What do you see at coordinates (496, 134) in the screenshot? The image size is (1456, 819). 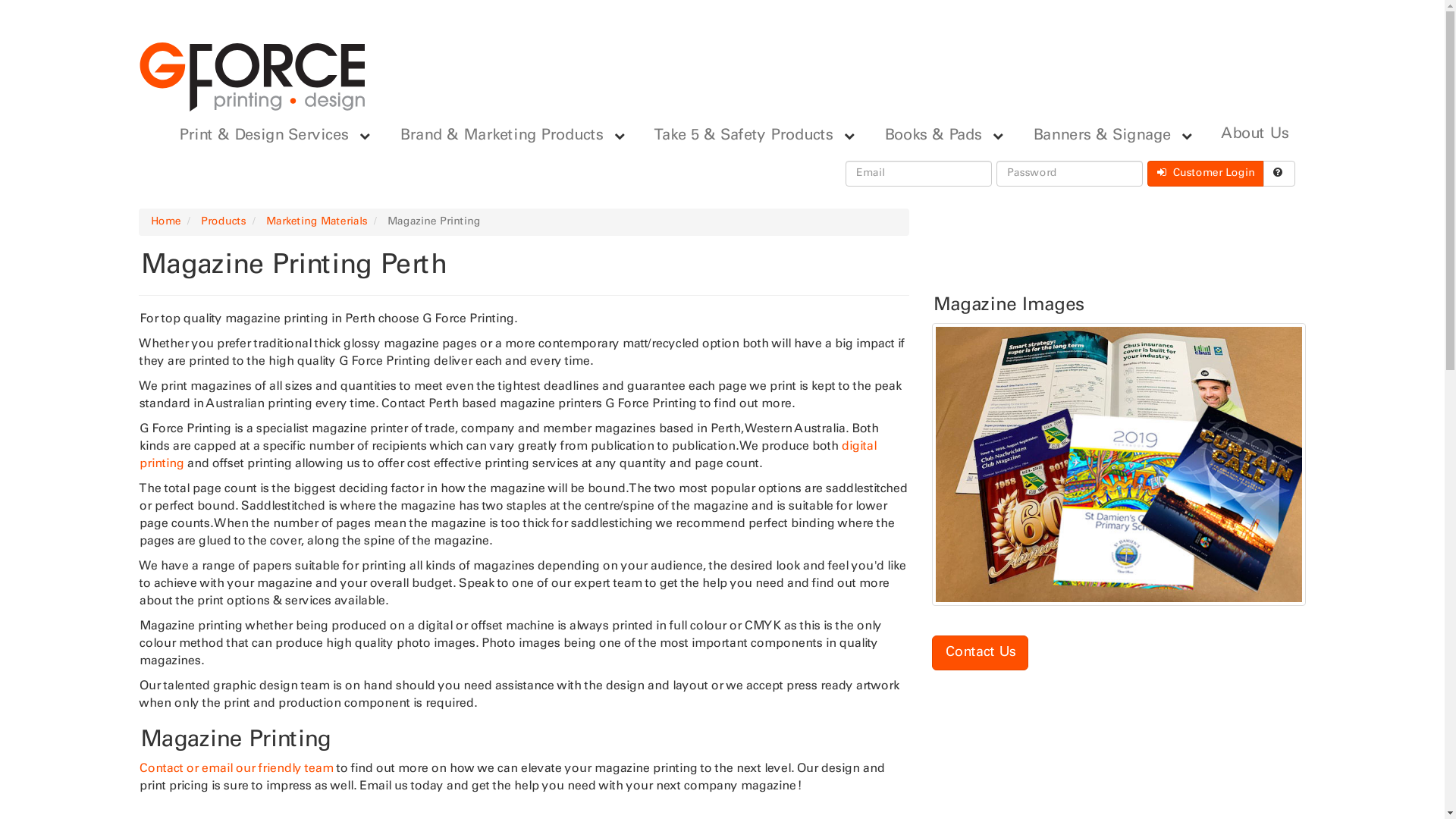 I see `'Brand & Marketing Products'` at bounding box center [496, 134].